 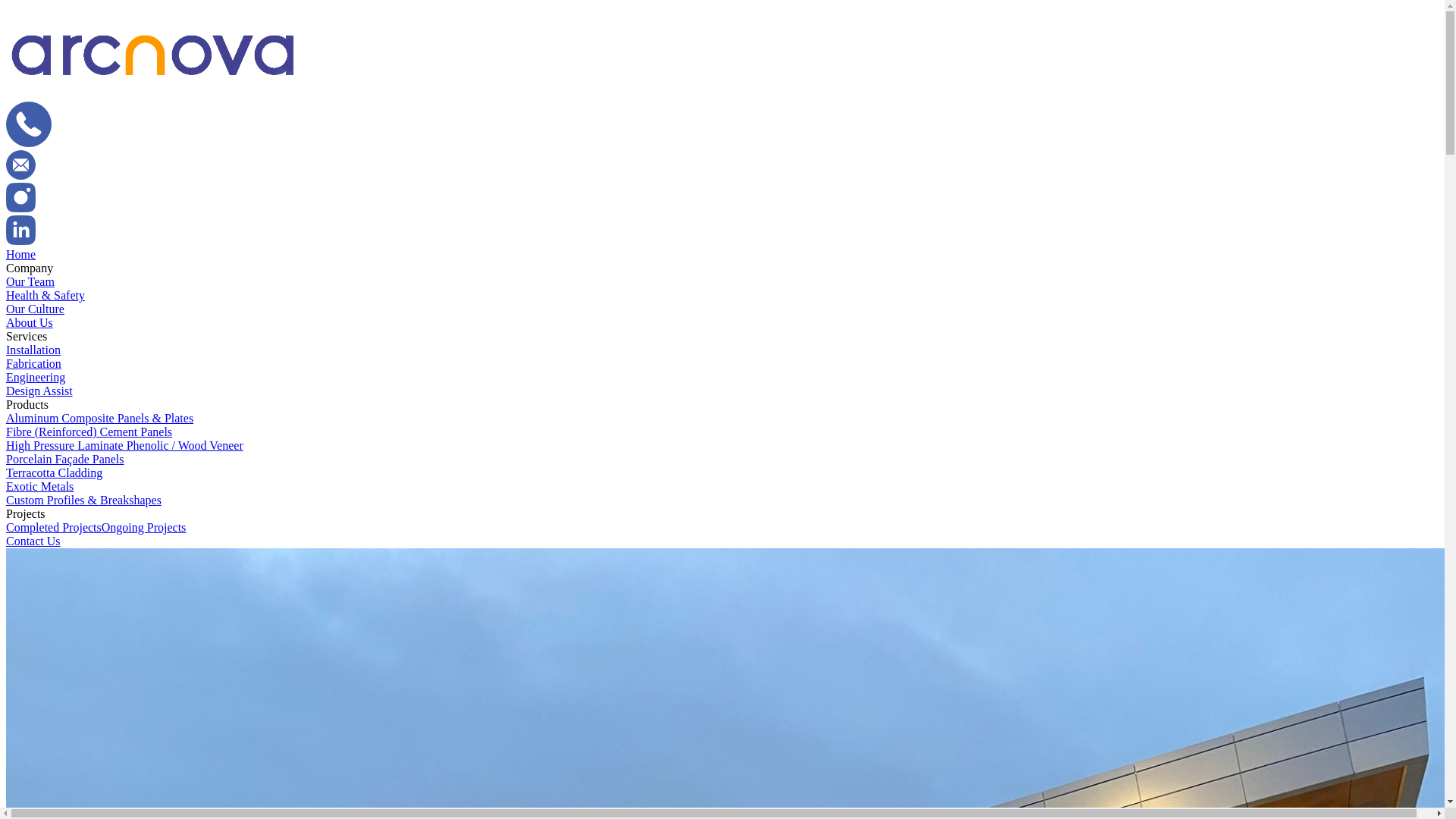 What do you see at coordinates (36, 376) in the screenshot?
I see `'Engineering'` at bounding box center [36, 376].